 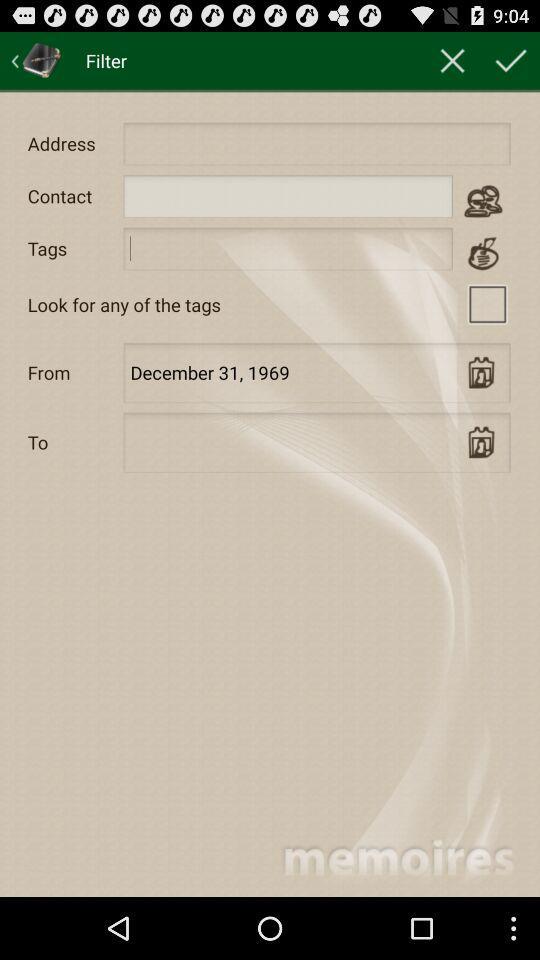 What do you see at coordinates (452, 64) in the screenshot?
I see `the close icon` at bounding box center [452, 64].